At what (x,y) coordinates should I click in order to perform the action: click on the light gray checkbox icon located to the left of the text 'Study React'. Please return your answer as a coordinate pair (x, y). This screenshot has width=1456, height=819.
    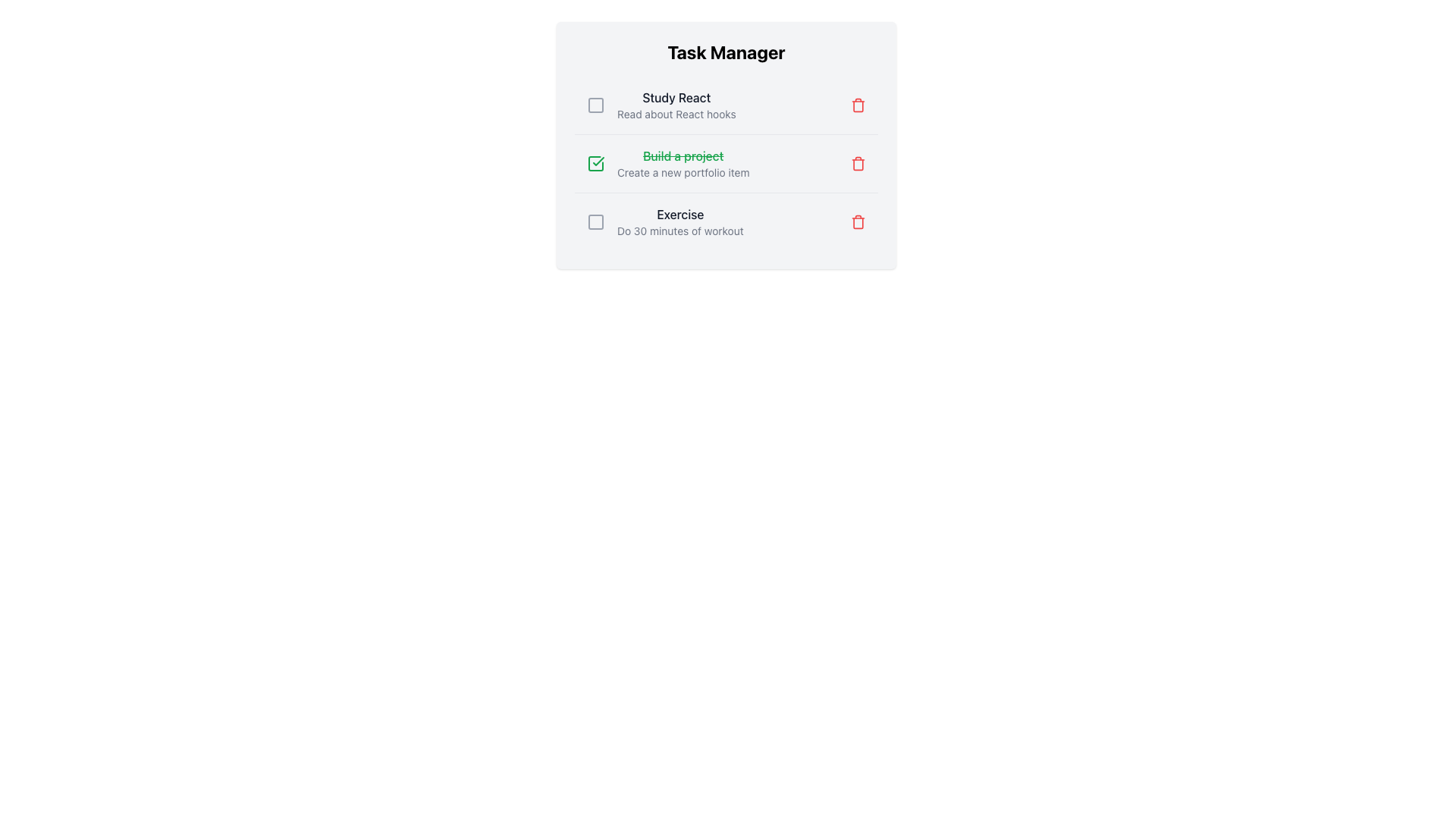
    Looking at the image, I should click on (595, 104).